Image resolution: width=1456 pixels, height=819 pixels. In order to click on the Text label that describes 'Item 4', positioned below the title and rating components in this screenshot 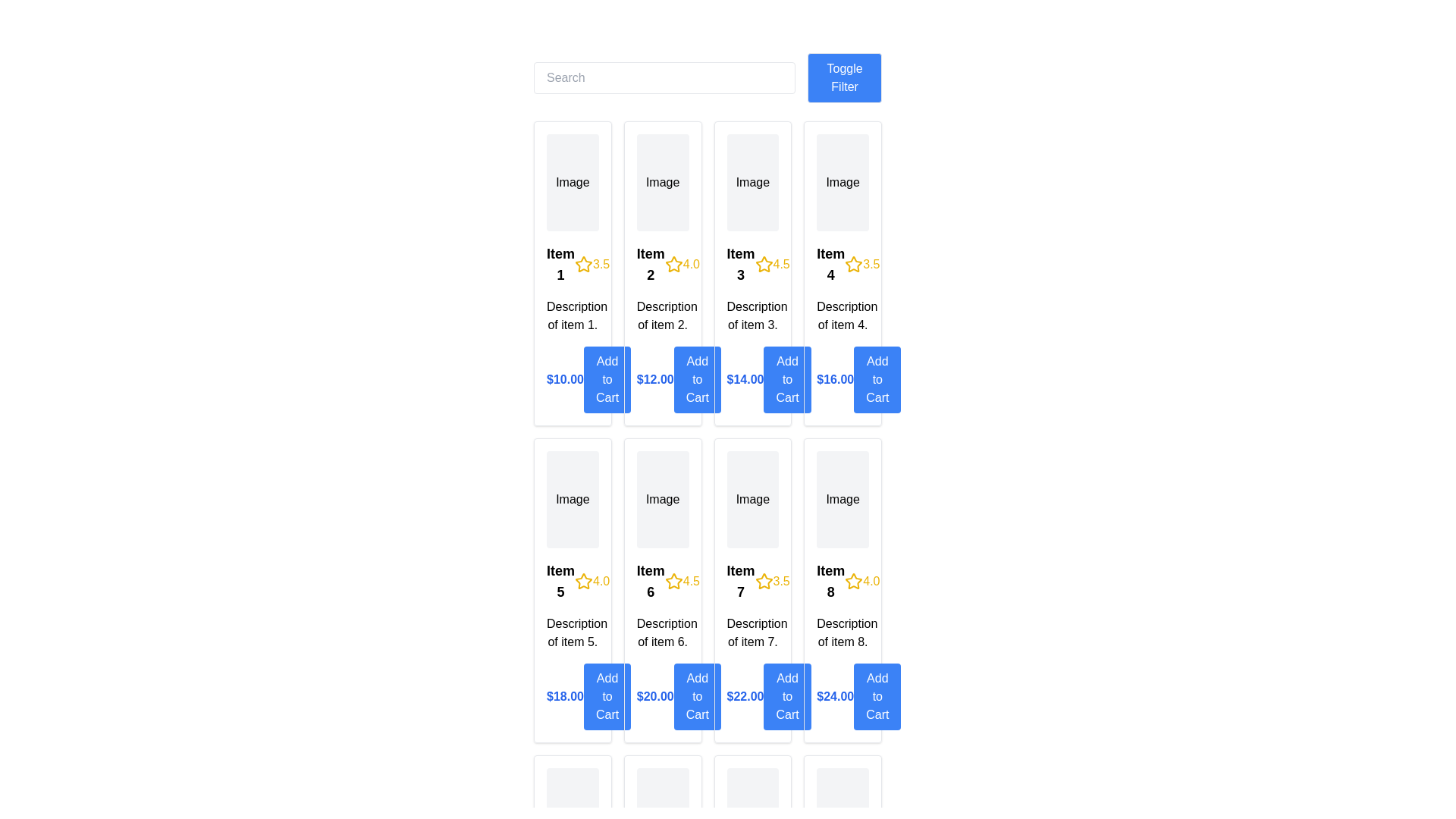, I will do `click(842, 315)`.